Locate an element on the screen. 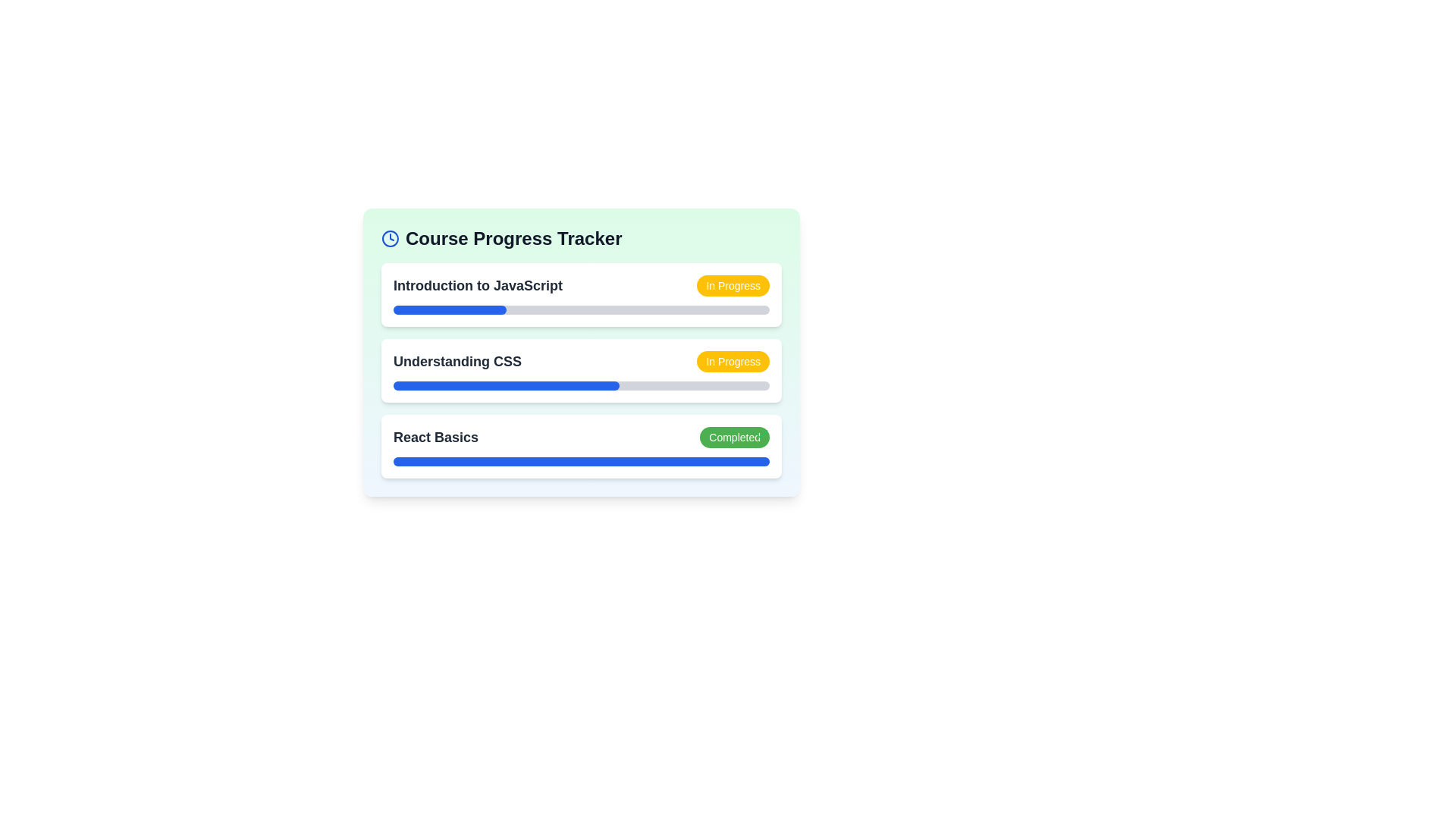 The height and width of the screenshot is (819, 1456). the Circular Graphic Element representing a clock in the 'Course Progress Tracker' header section is located at coordinates (390, 239).